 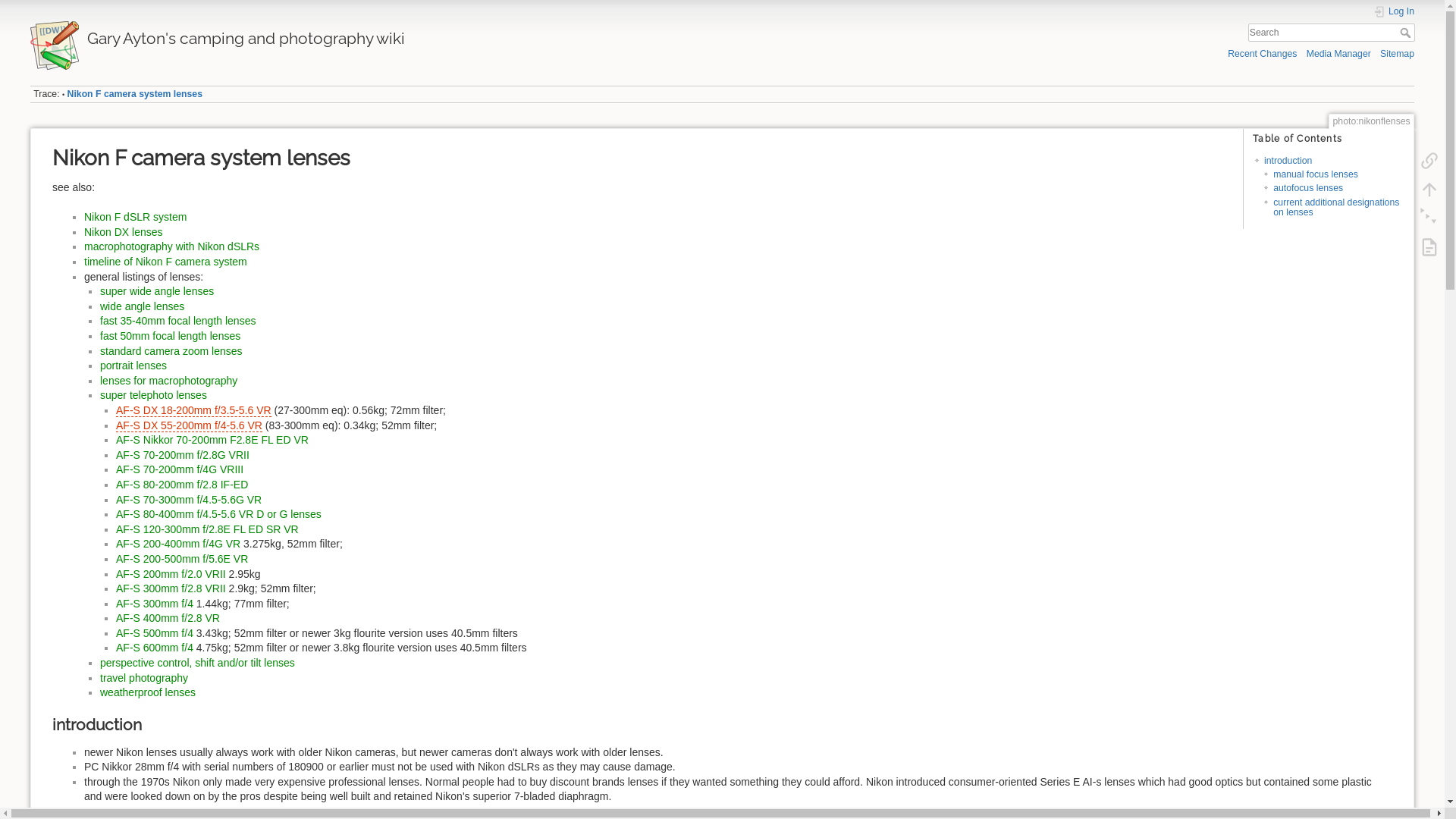 What do you see at coordinates (188, 425) in the screenshot?
I see `'AF-S DX 55-200mm f/4-5.6 VR'` at bounding box center [188, 425].